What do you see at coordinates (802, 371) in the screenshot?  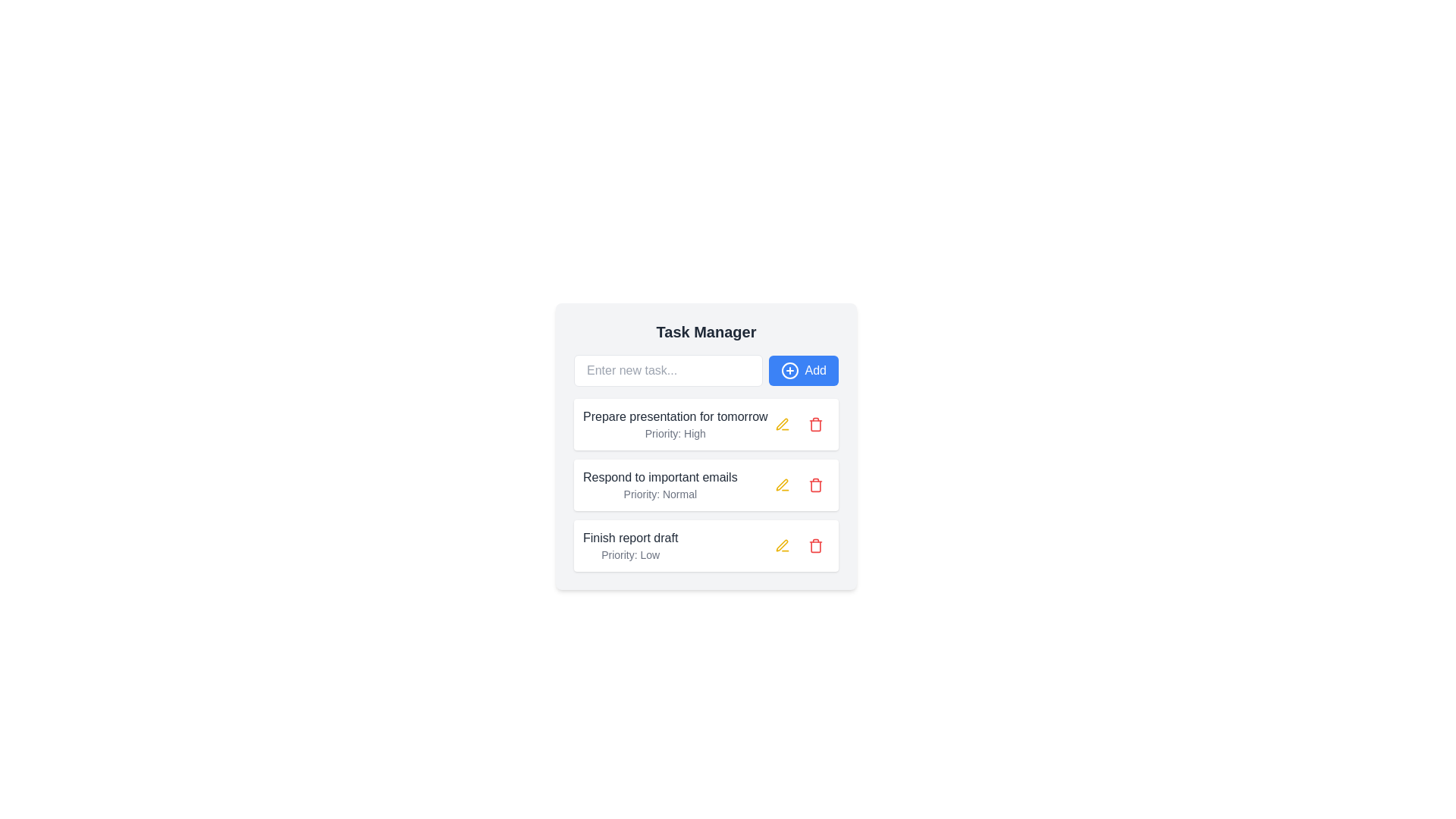 I see `the blue 'Add' button, which is labeled and features a plus sign icon, located to the right of the text input field at the top of the task management interface` at bounding box center [802, 371].